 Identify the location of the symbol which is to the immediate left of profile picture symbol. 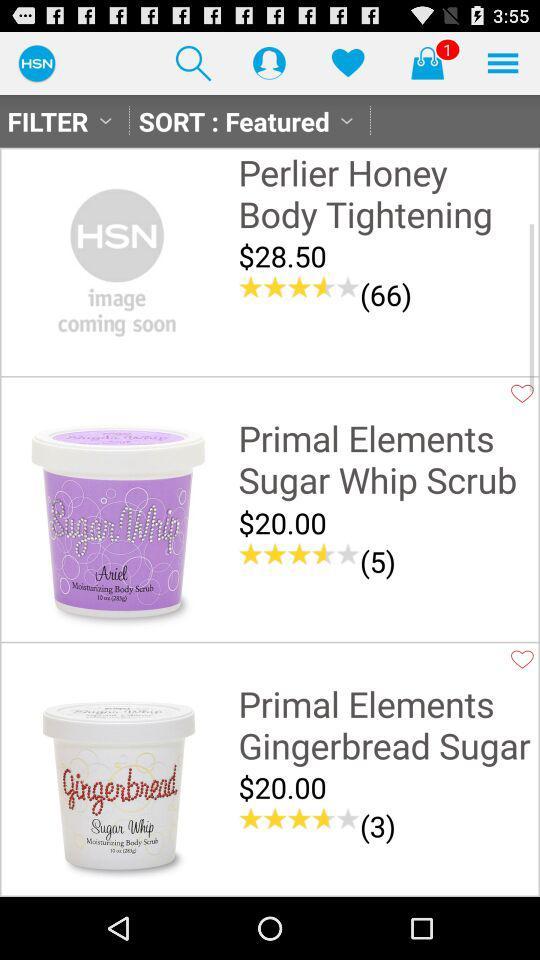
(193, 63).